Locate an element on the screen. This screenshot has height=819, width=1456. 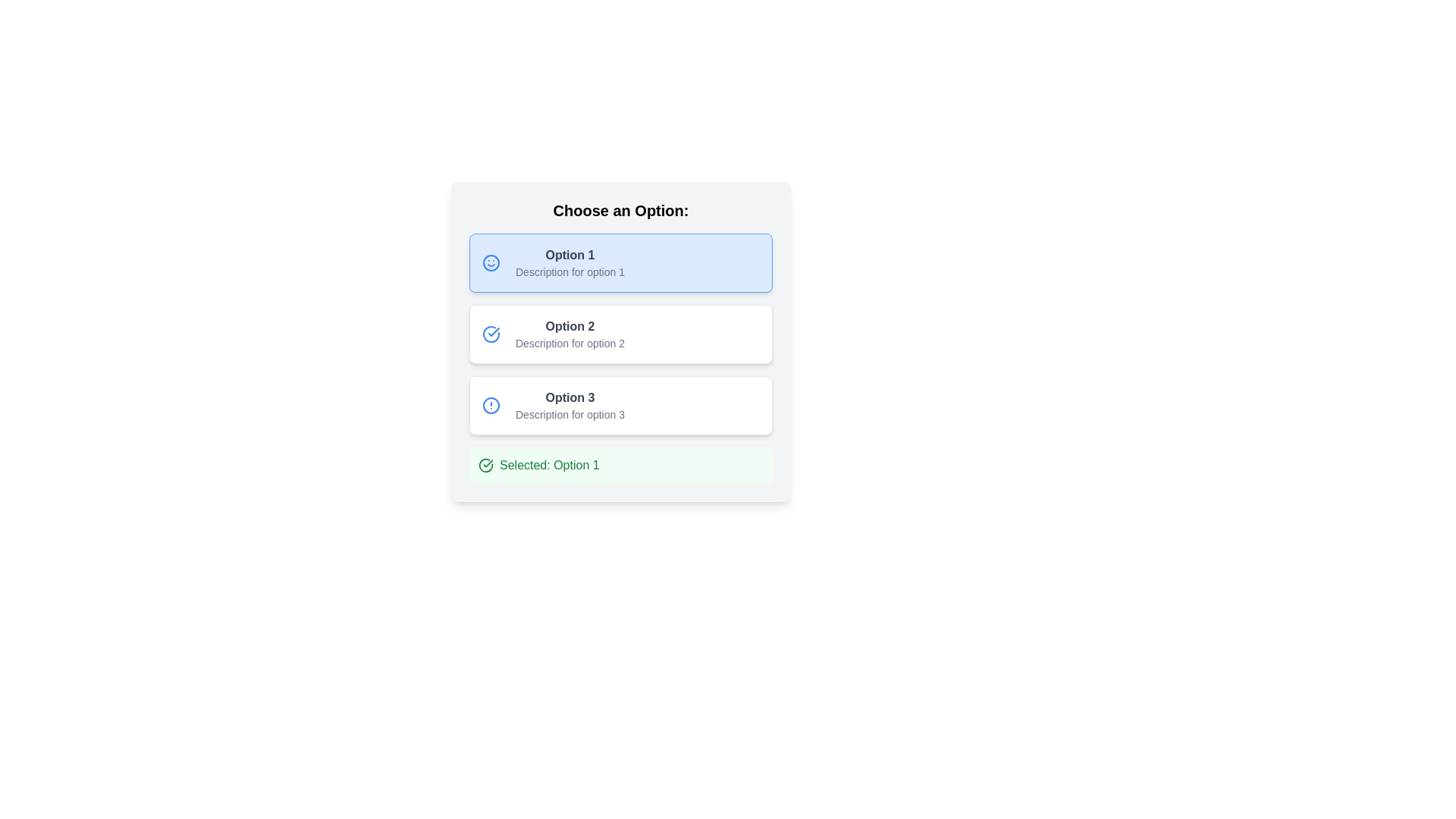
the informational Text label located below 'Option 3' inside the third selectable card in the vertical list of options is located at coordinates (570, 415).